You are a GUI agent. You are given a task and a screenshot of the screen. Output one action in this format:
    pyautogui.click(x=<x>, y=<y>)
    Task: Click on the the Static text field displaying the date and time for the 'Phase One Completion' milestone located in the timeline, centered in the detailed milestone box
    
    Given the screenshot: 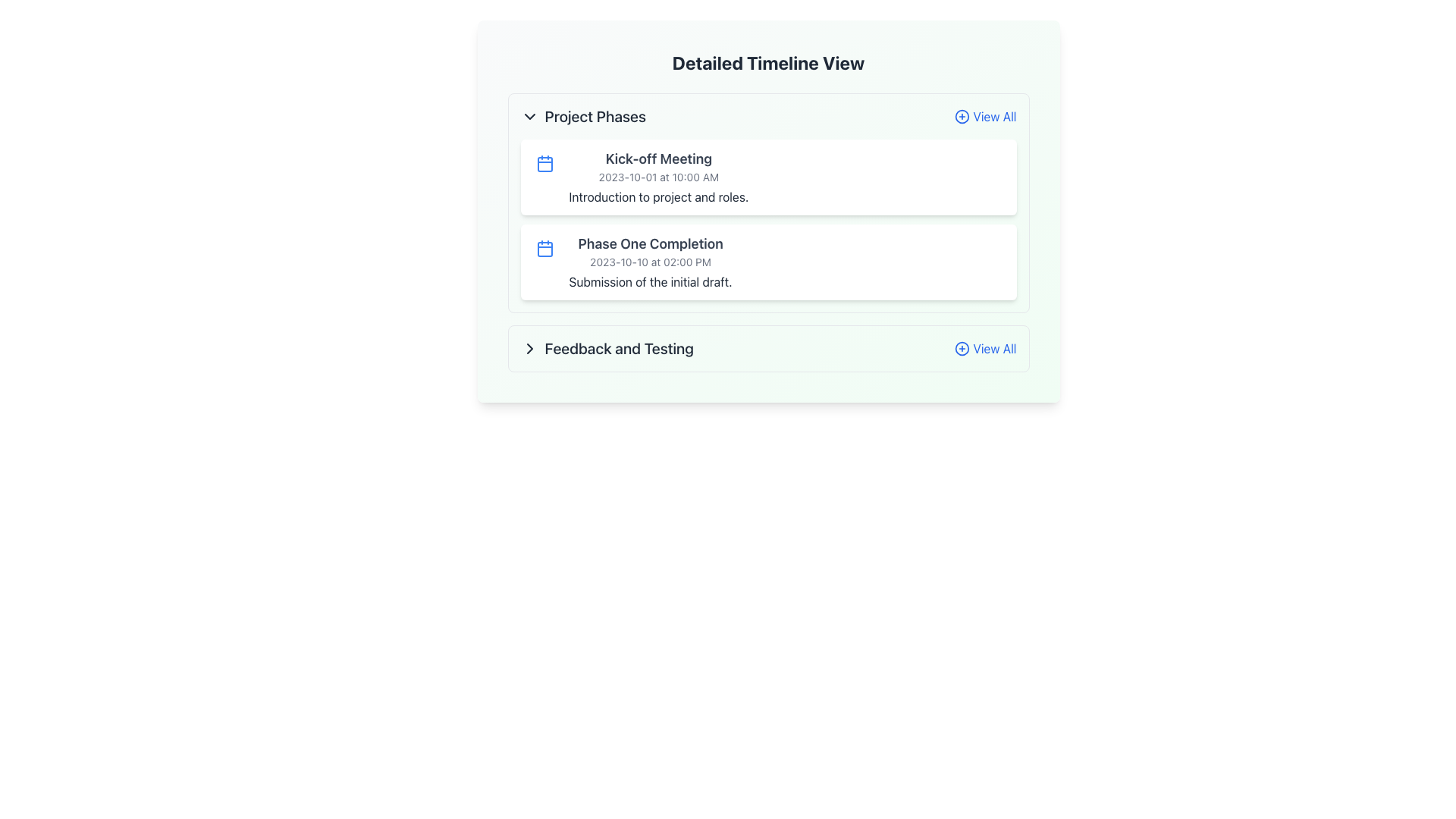 What is the action you would take?
    pyautogui.click(x=651, y=262)
    